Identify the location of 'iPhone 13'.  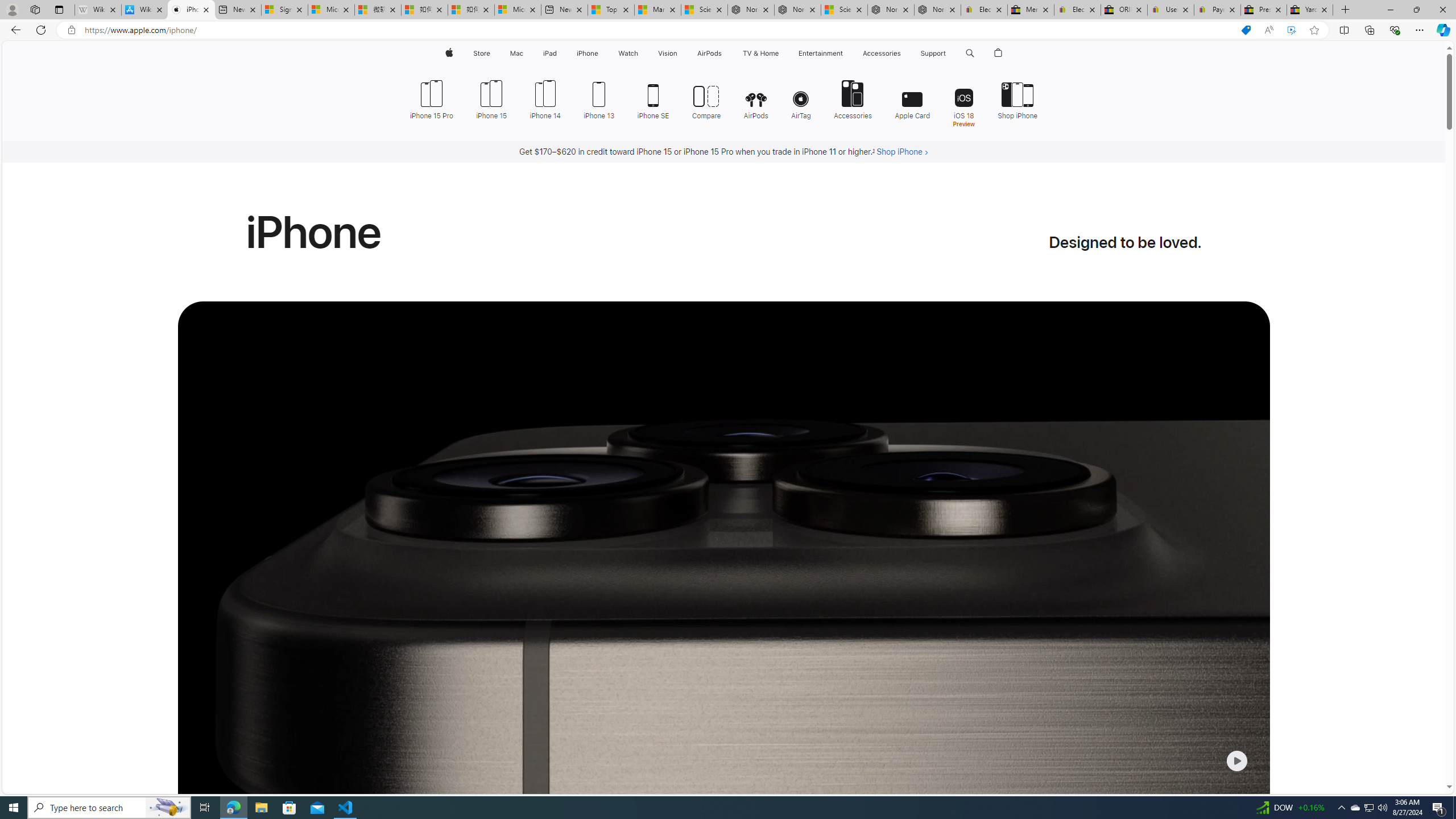
(598, 98).